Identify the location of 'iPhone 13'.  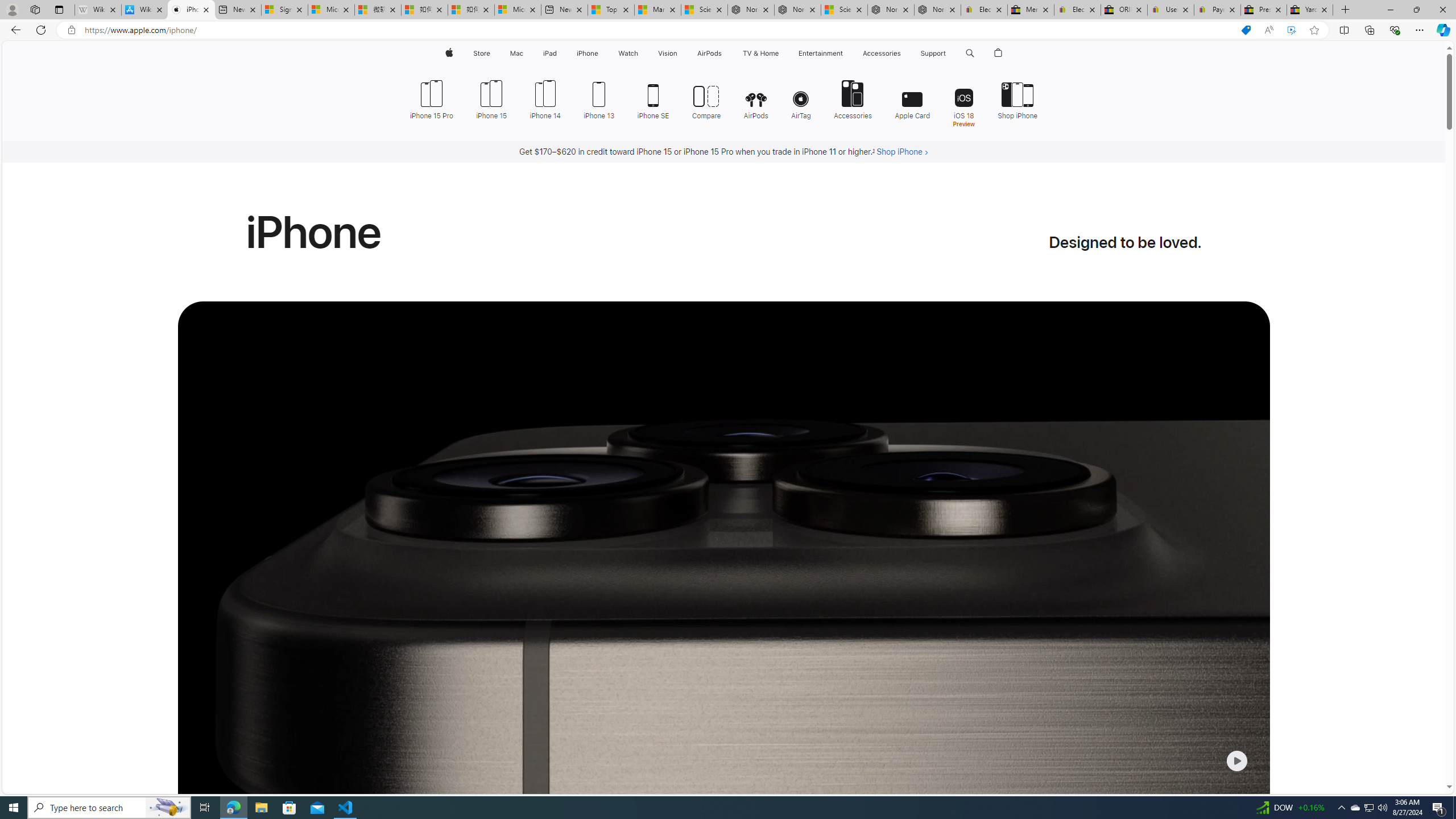
(598, 98).